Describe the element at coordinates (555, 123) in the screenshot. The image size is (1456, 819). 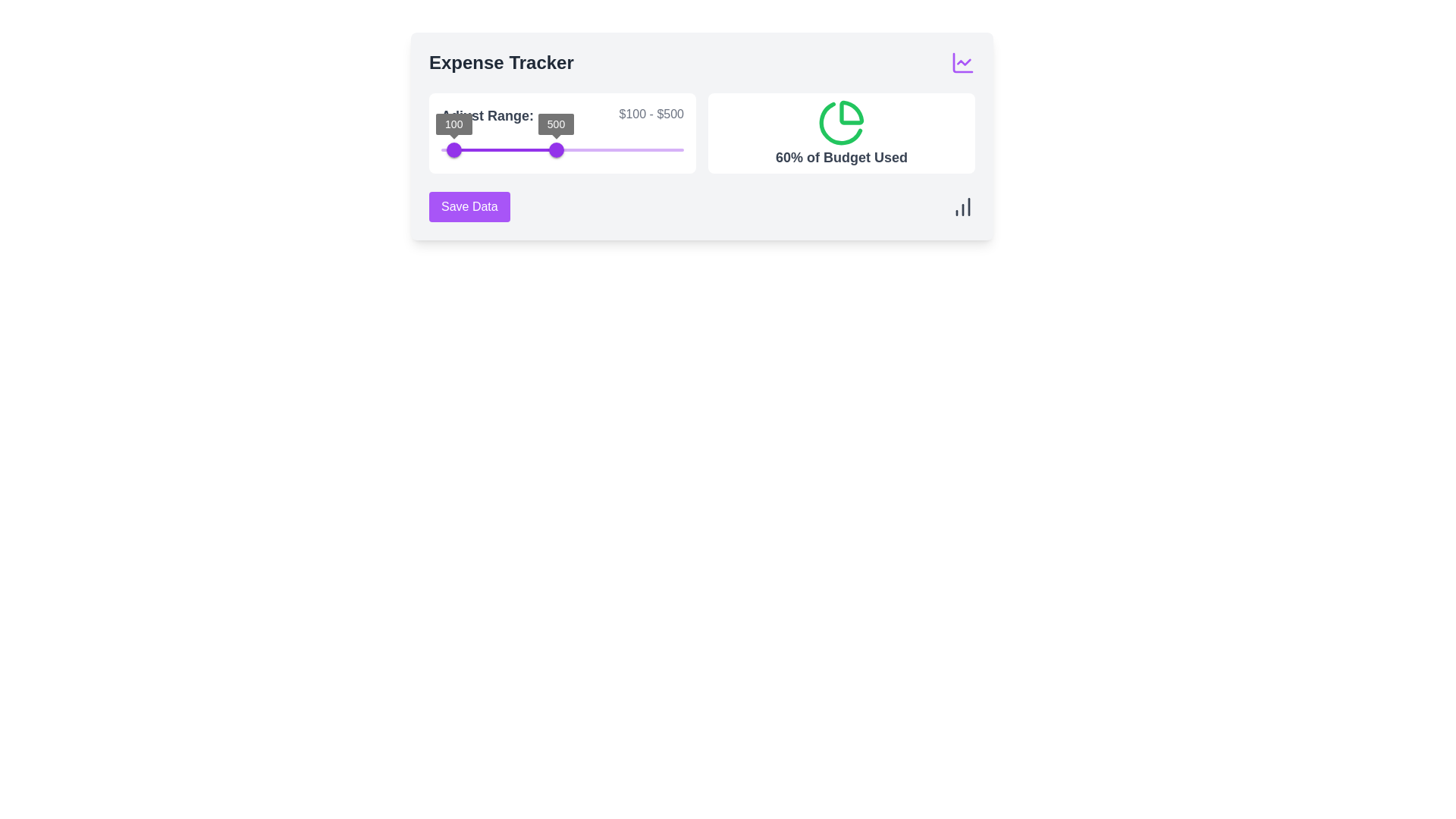
I see `the Value label for the second slider handle that displays the current value ('500') as it changes during slider adjustments in the 'Adjust Range' slider component` at that location.